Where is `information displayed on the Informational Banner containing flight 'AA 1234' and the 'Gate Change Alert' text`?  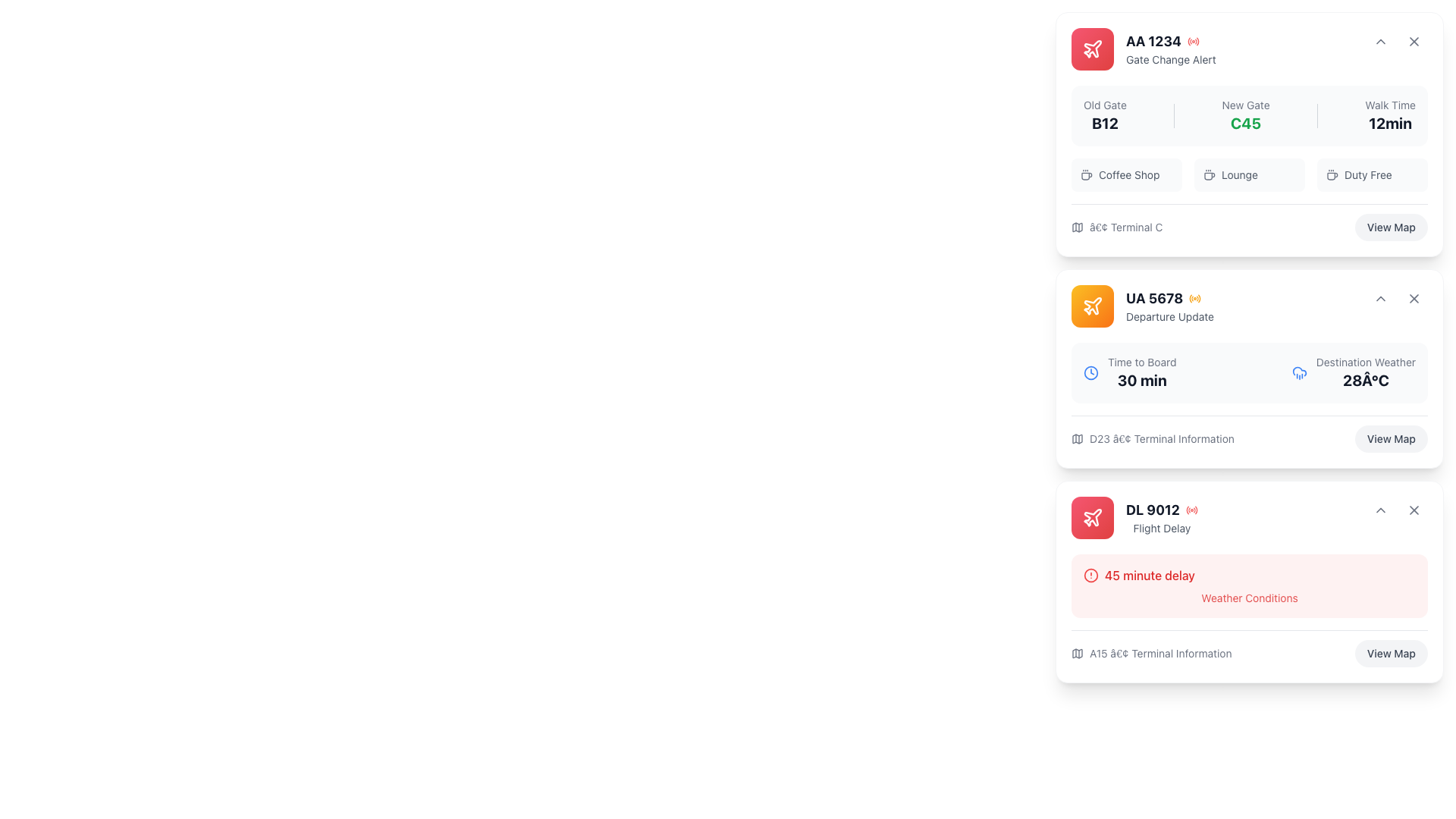 information displayed on the Informational Banner containing flight 'AA 1234' and the 'Gate Change Alert' text is located at coordinates (1144, 49).